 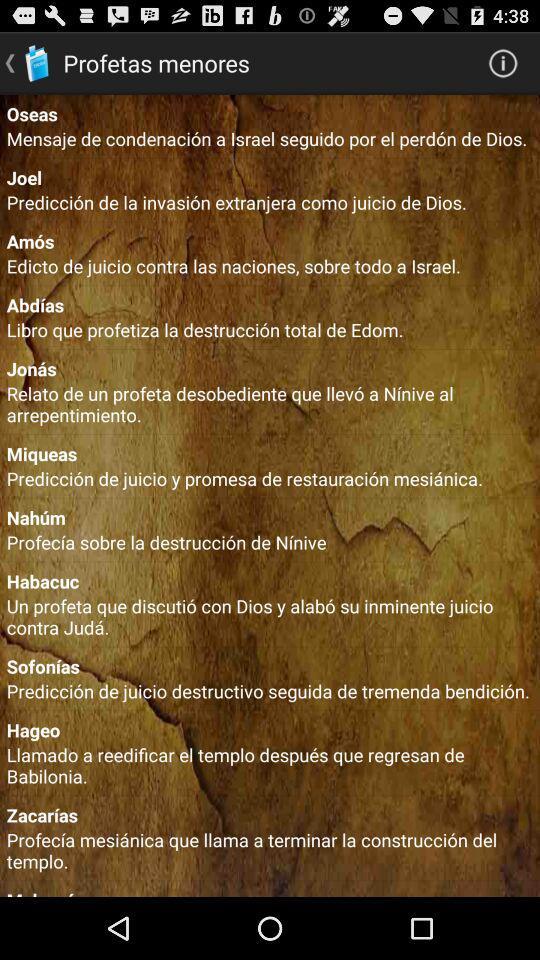 What do you see at coordinates (270, 304) in the screenshot?
I see `item below edicto de juicio` at bounding box center [270, 304].